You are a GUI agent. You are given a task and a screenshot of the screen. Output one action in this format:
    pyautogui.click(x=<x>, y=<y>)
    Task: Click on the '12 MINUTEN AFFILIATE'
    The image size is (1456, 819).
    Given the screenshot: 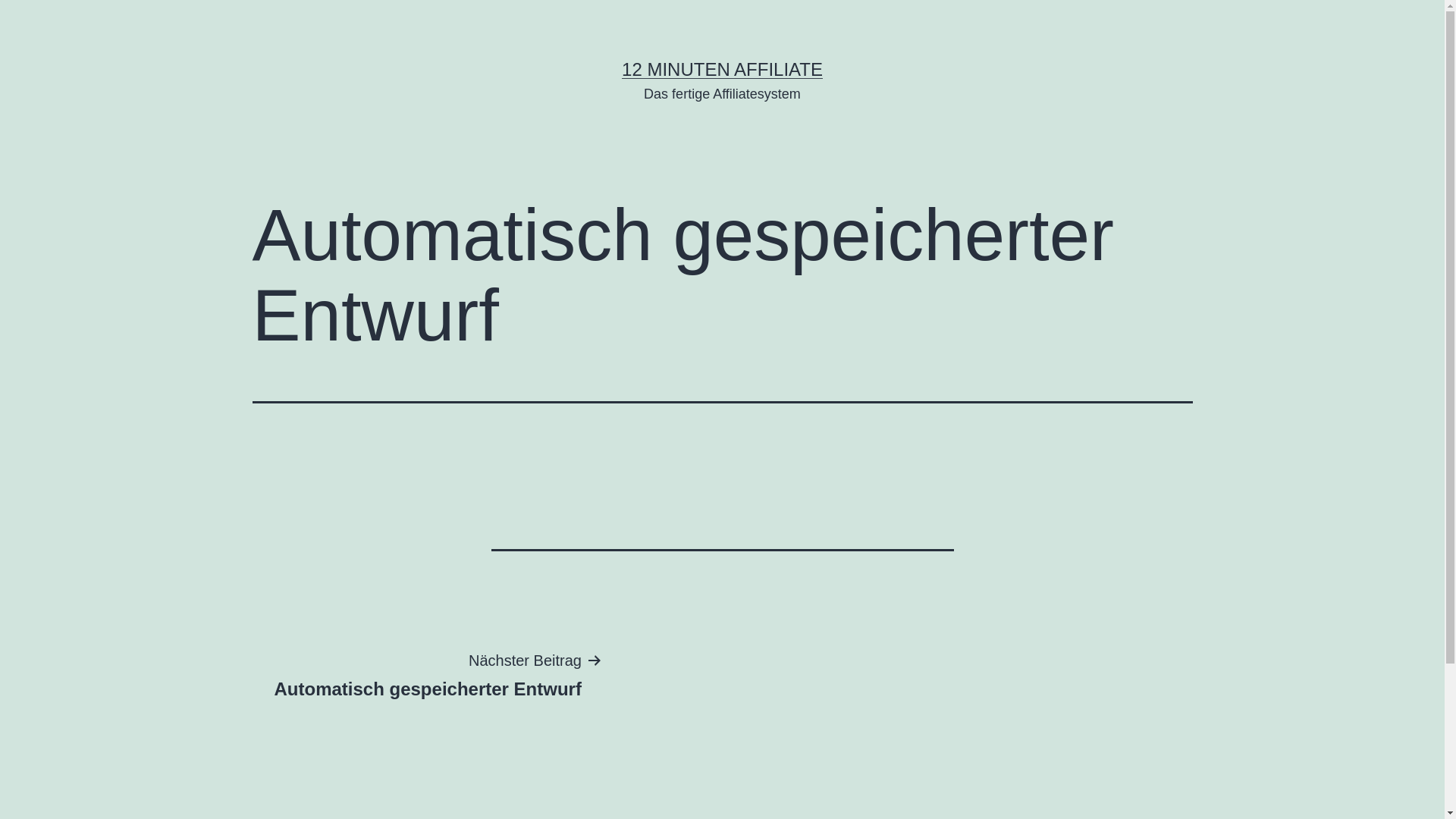 What is the action you would take?
    pyautogui.click(x=721, y=69)
    